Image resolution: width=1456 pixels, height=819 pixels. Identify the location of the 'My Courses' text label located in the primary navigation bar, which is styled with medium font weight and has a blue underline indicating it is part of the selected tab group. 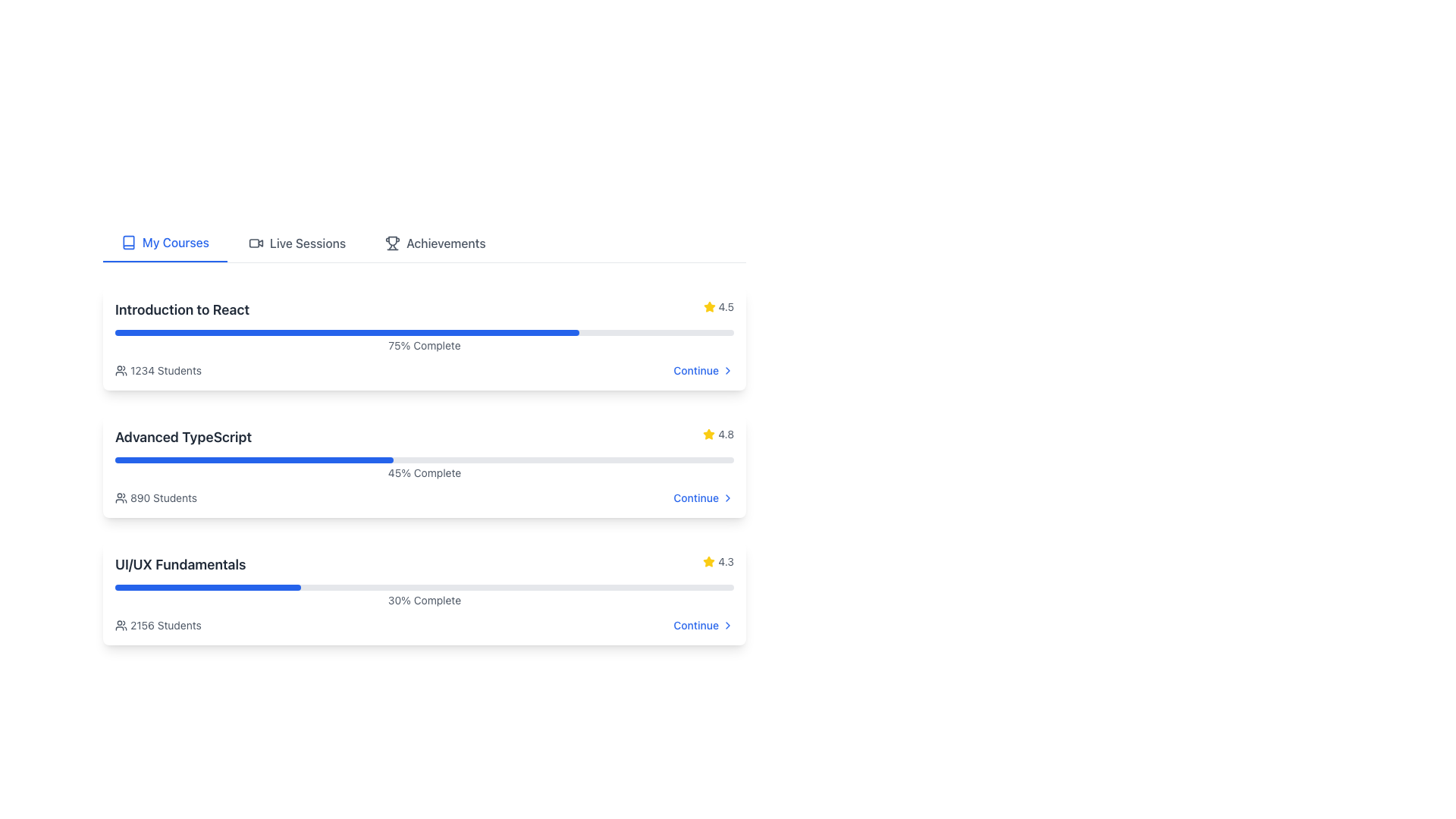
(175, 242).